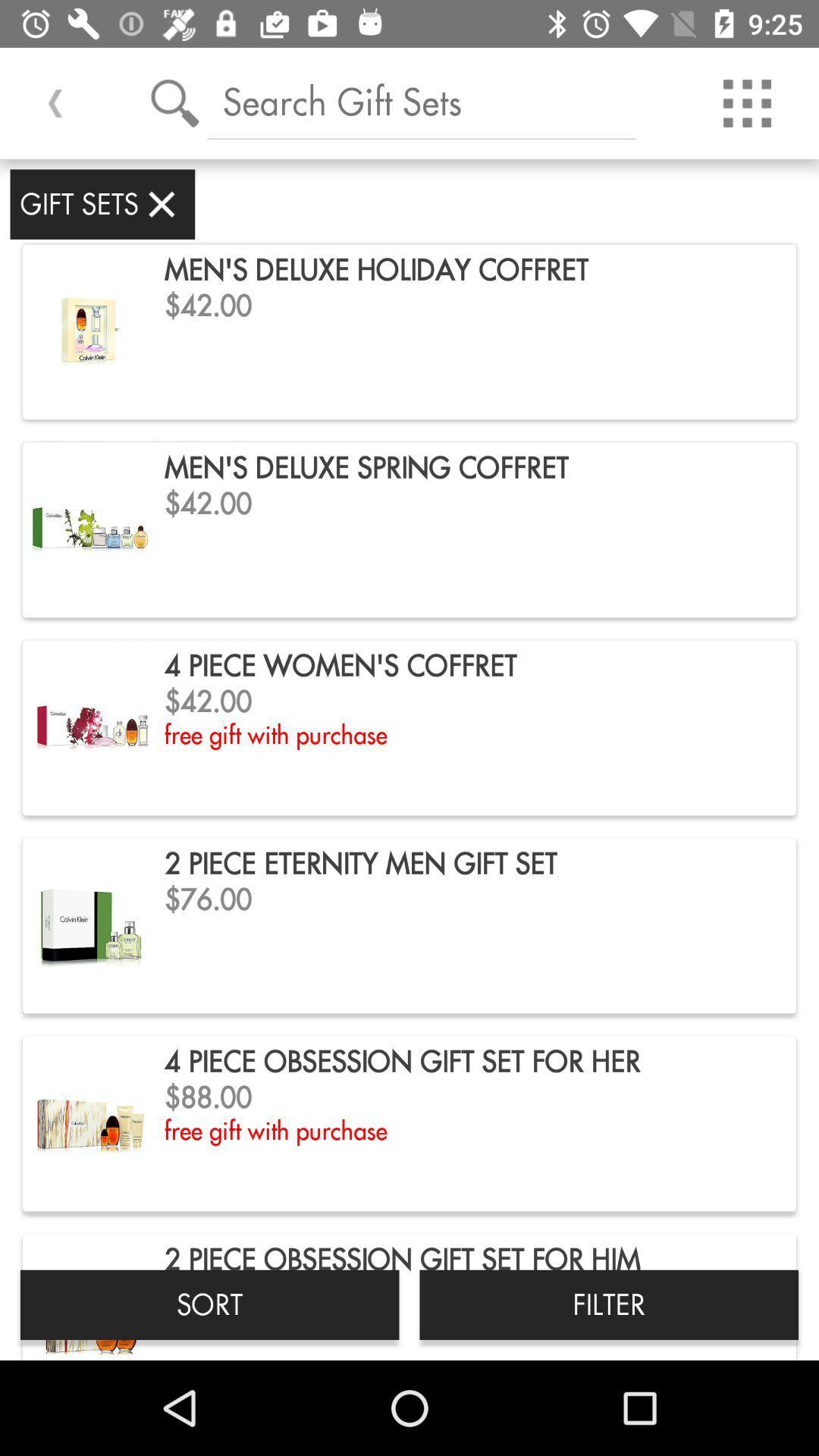 The width and height of the screenshot is (819, 1456). I want to click on the sort item, so click(209, 1304).